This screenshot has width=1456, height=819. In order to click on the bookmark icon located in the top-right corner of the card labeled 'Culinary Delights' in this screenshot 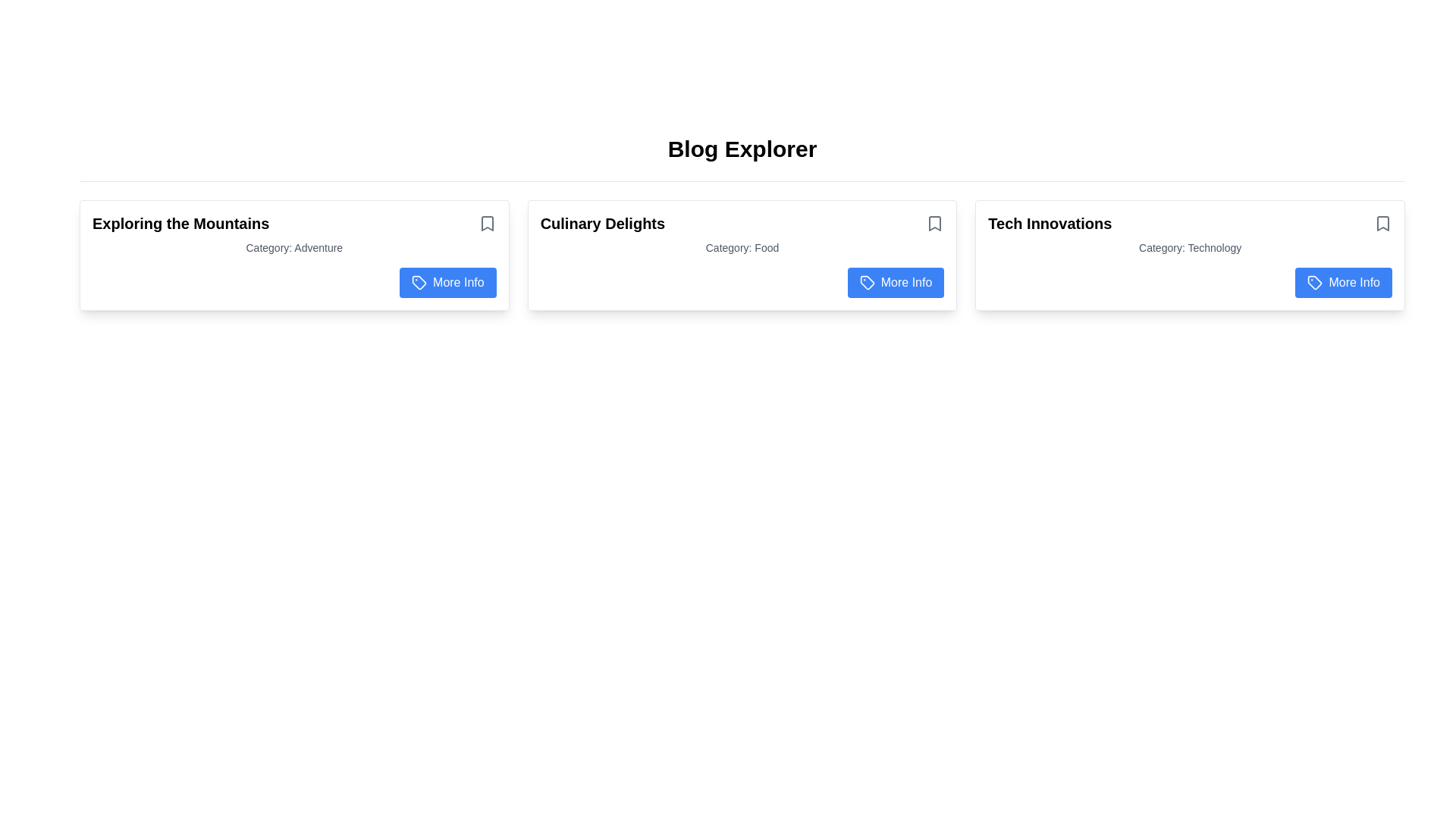, I will do `click(934, 223)`.